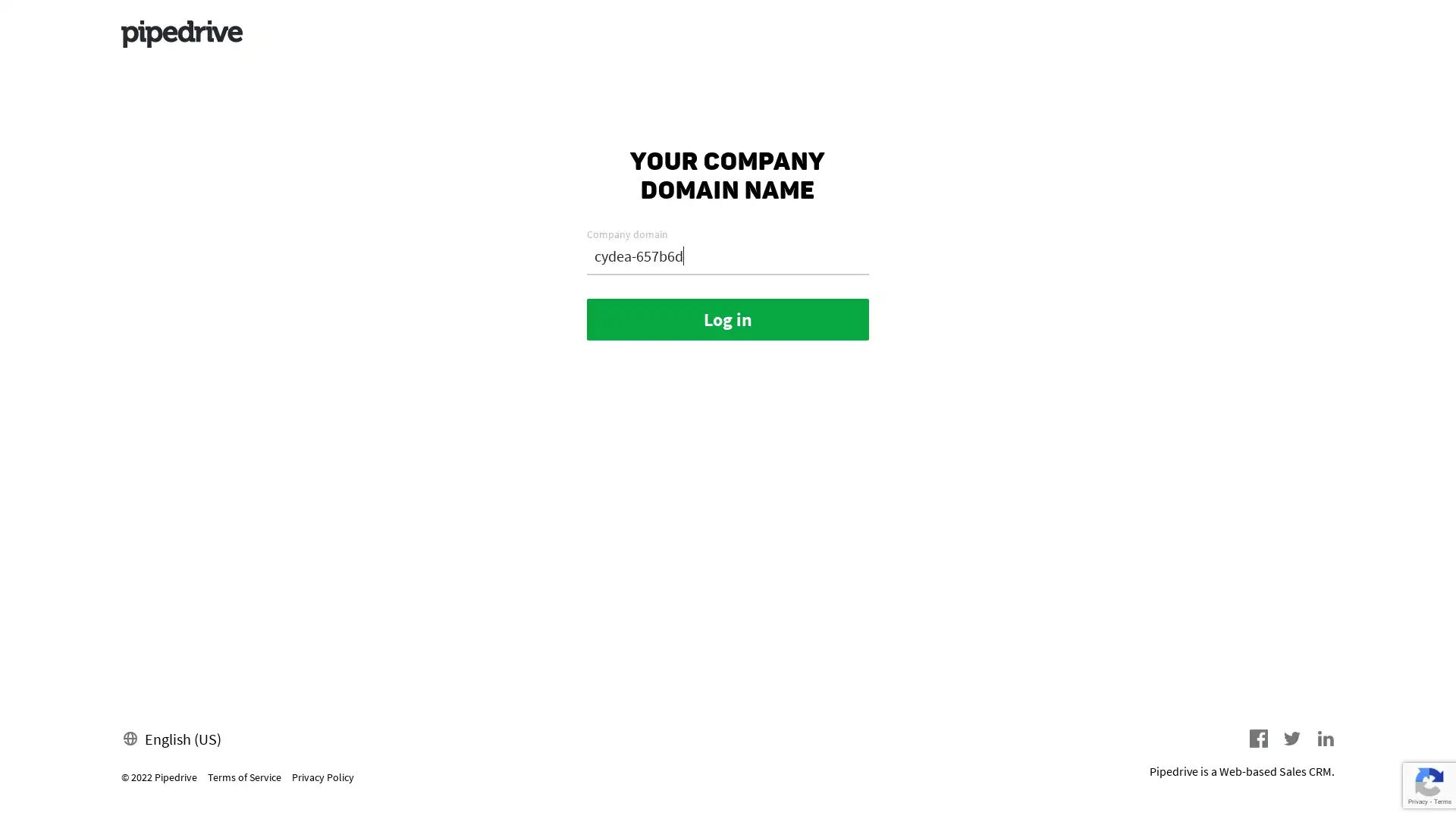 This screenshot has height=819, width=1456. Describe the element at coordinates (171, 738) in the screenshot. I see `English (US)` at that location.